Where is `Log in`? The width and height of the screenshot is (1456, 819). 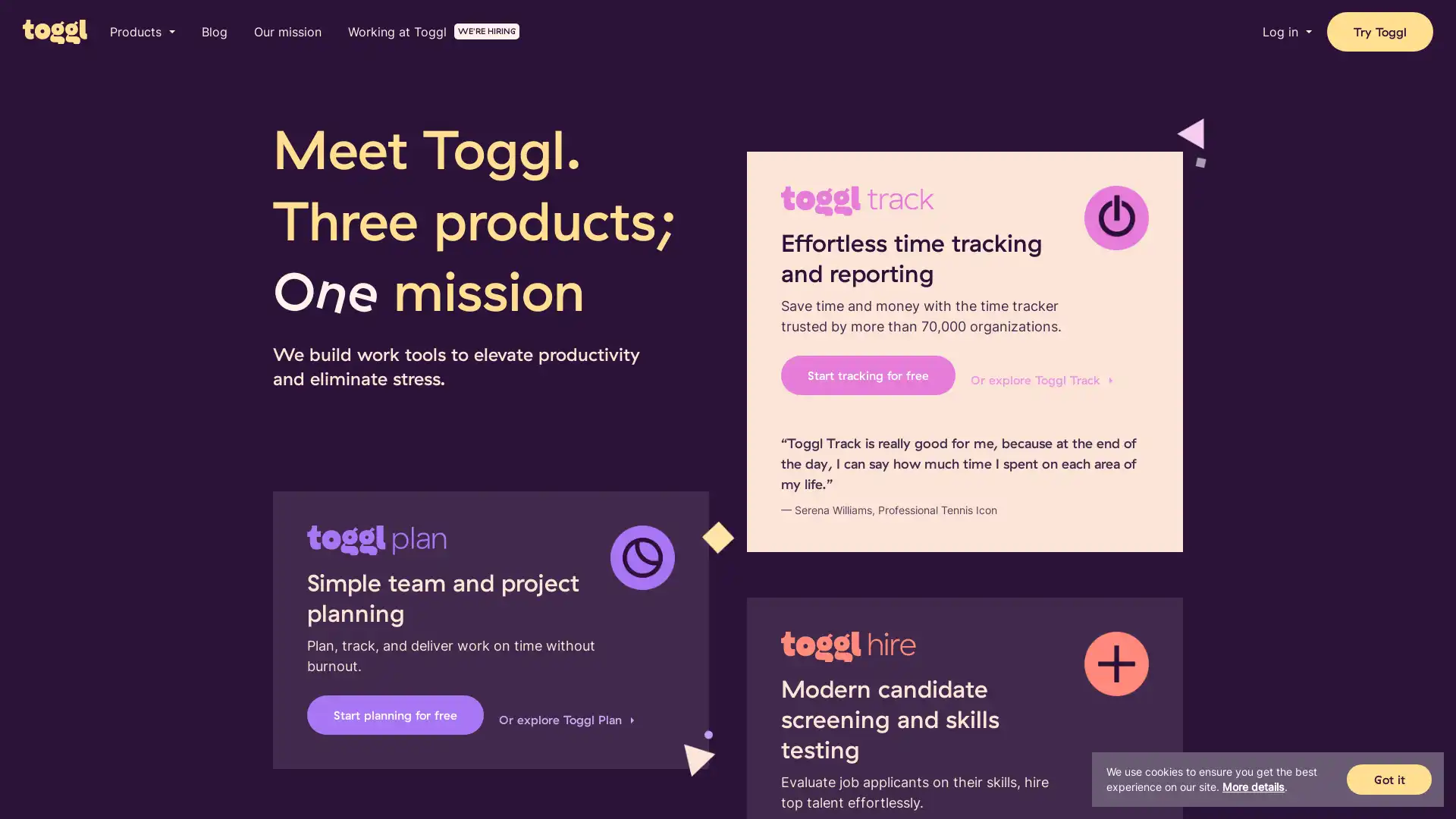
Log in is located at coordinates (1286, 32).